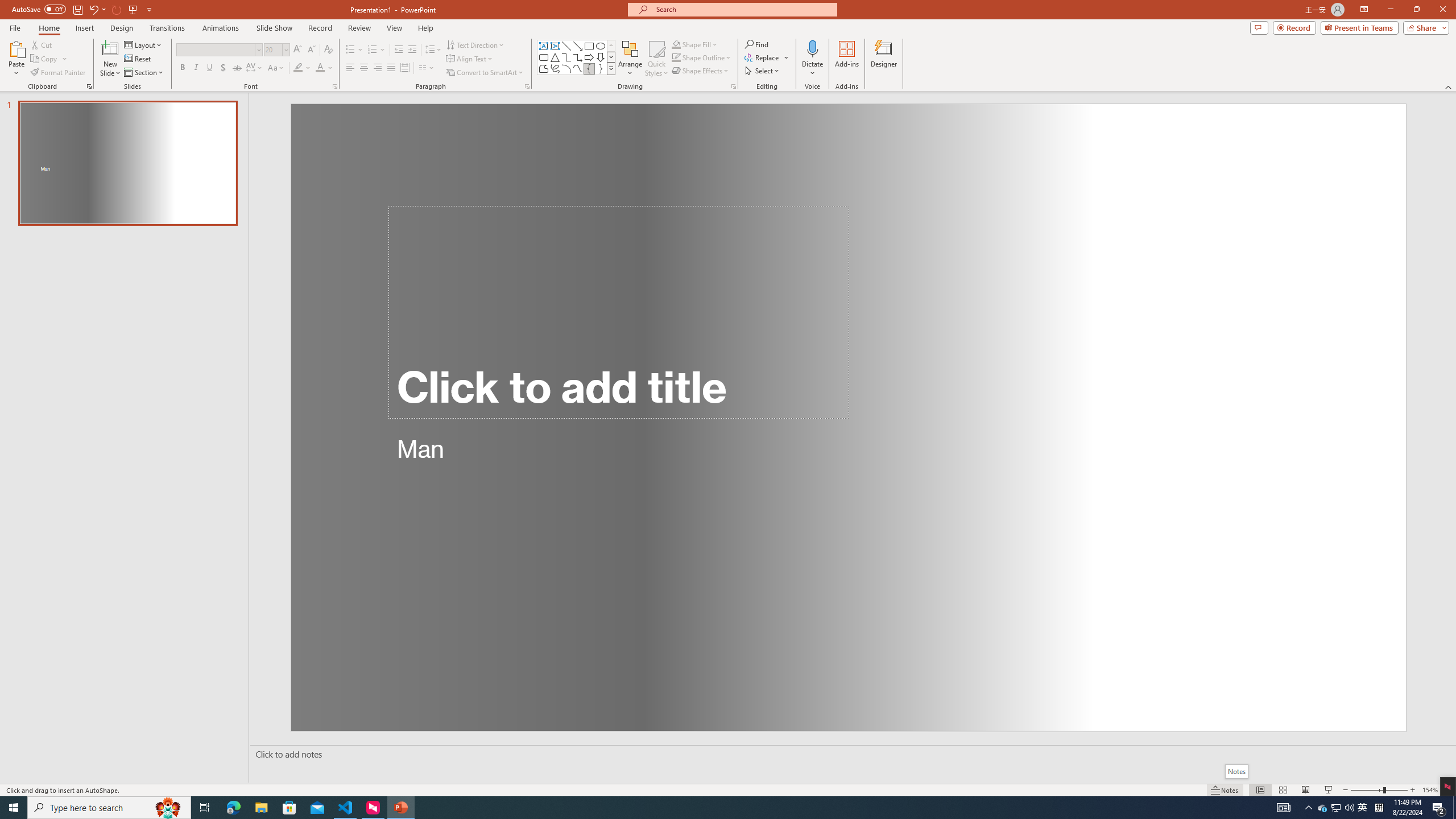 This screenshot has height=819, width=1456. Describe the element at coordinates (600, 56) in the screenshot. I see `'Arrow: Down'` at that location.